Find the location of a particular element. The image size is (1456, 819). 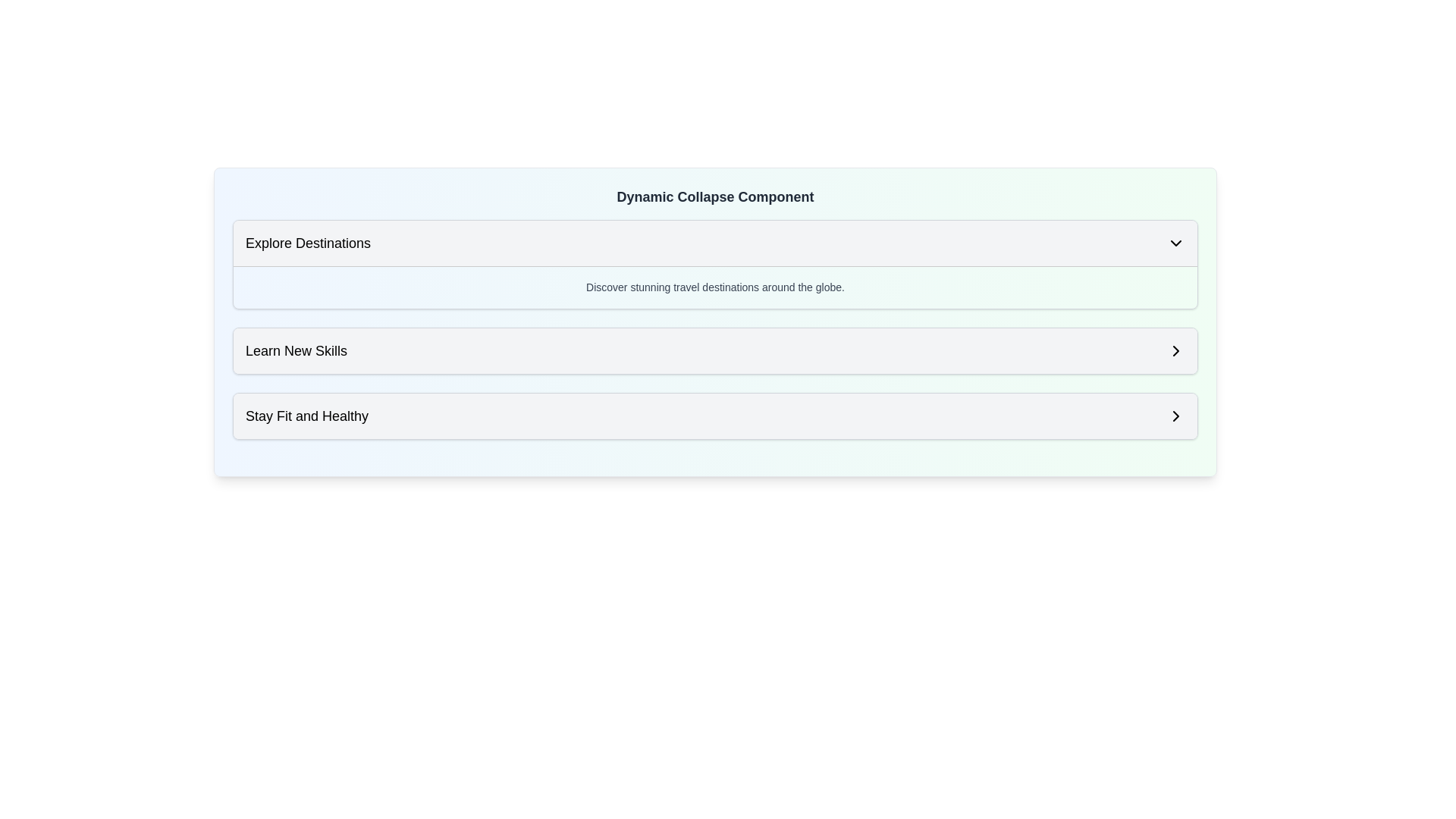

the interactive list item labeled 'Learn New Skills' is located at coordinates (714, 350).